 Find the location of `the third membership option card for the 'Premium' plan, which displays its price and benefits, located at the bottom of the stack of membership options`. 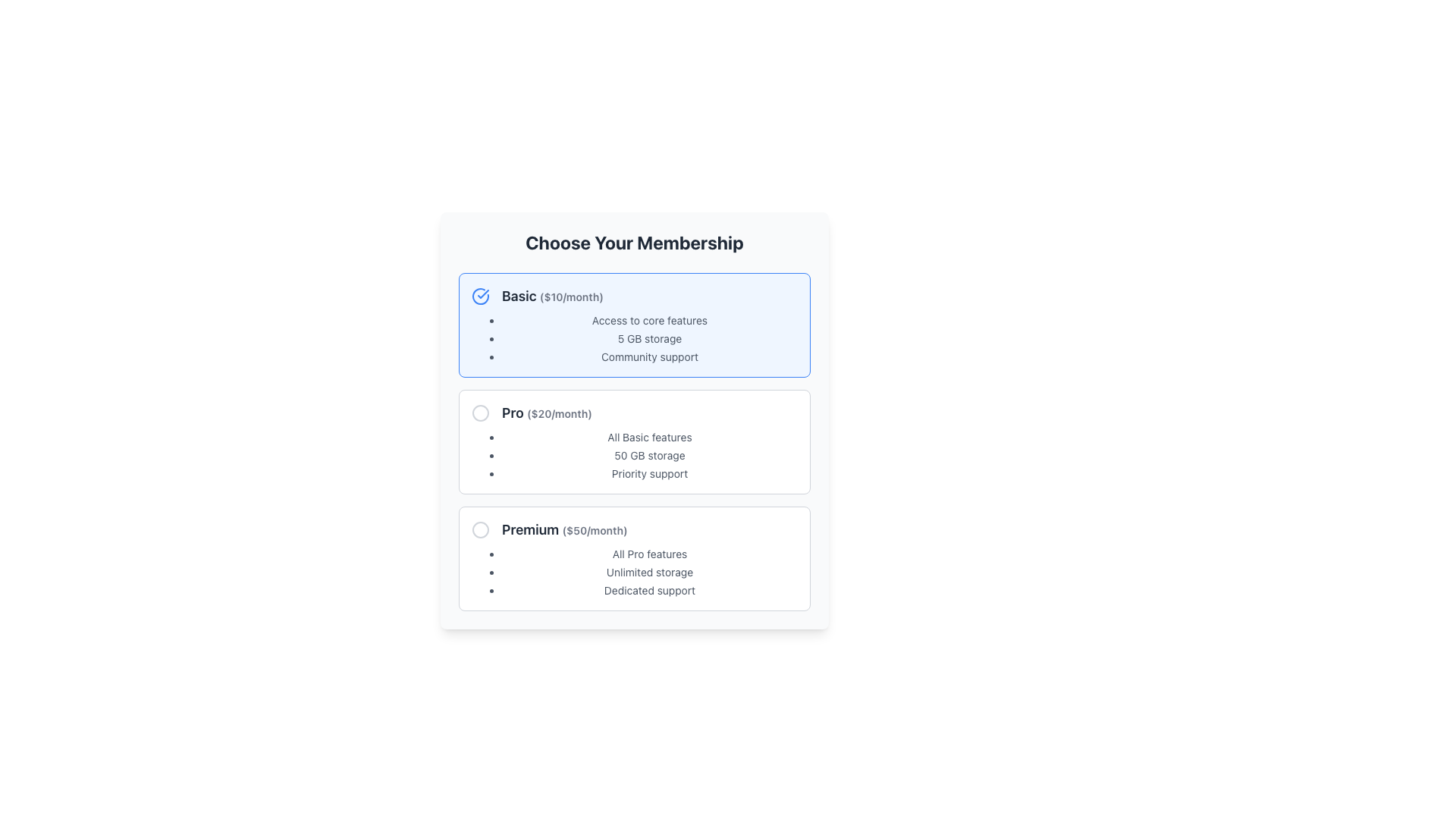

the third membership option card for the 'Premium' plan, which displays its price and benefits, located at the bottom of the stack of membership options is located at coordinates (634, 558).